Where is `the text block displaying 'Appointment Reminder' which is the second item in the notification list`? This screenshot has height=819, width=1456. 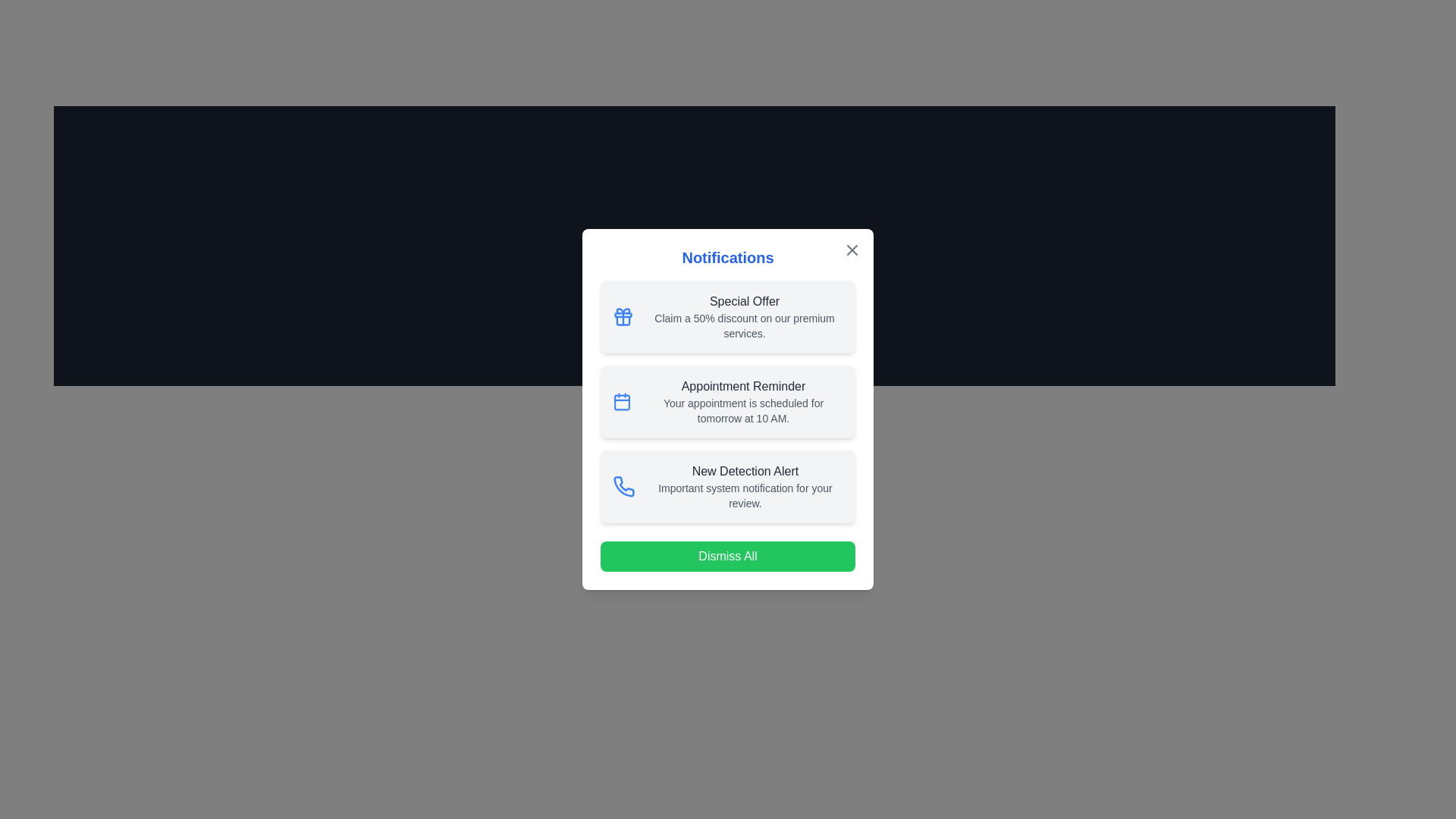 the text block displaying 'Appointment Reminder' which is the second item in the notification list is located at coordinates (743, 400).